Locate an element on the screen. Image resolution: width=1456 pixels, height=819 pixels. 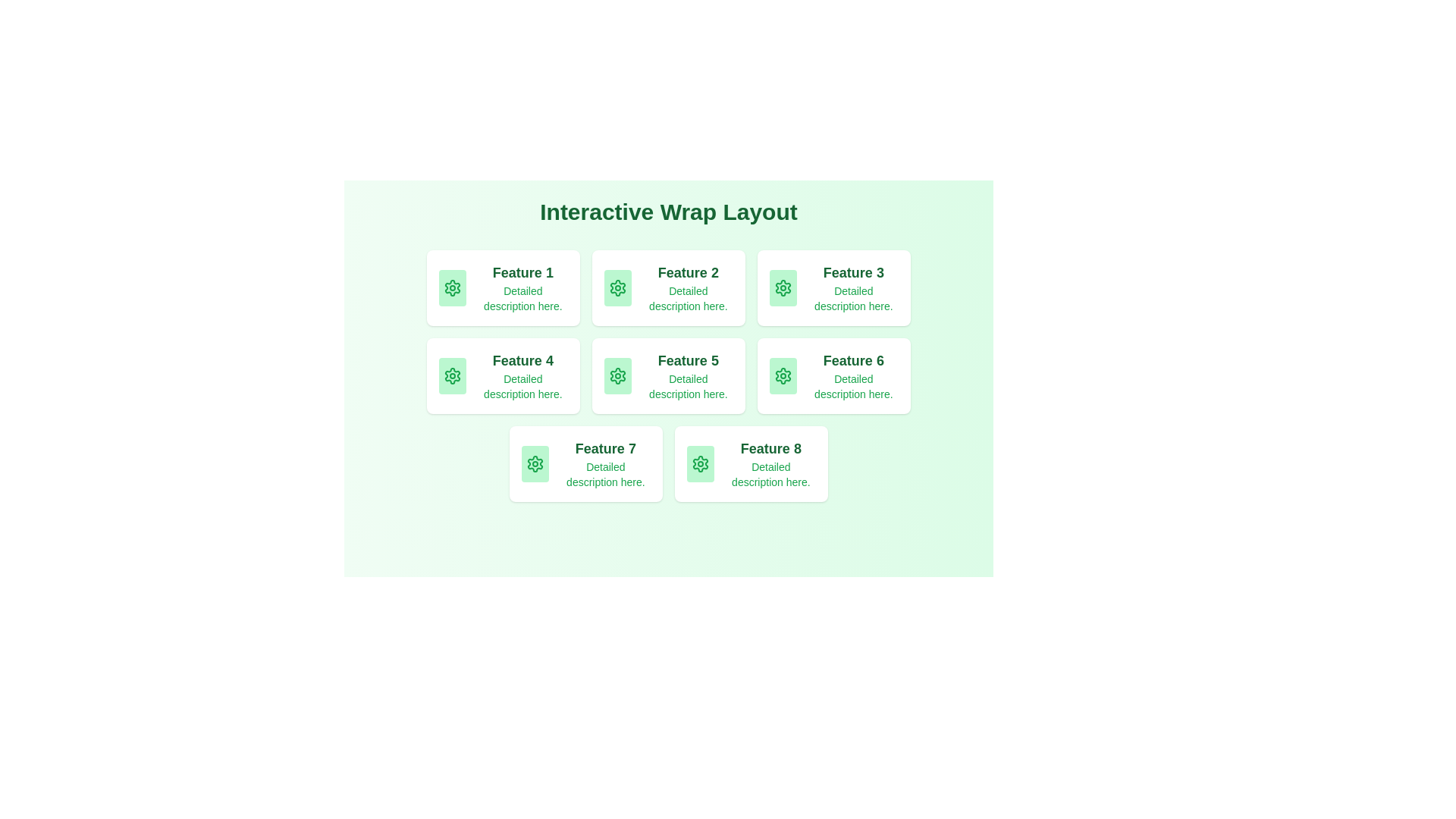
the Text Display Block displaying 'Feature 6', which provides information about this specific feature is located at coordinates (853, 375).